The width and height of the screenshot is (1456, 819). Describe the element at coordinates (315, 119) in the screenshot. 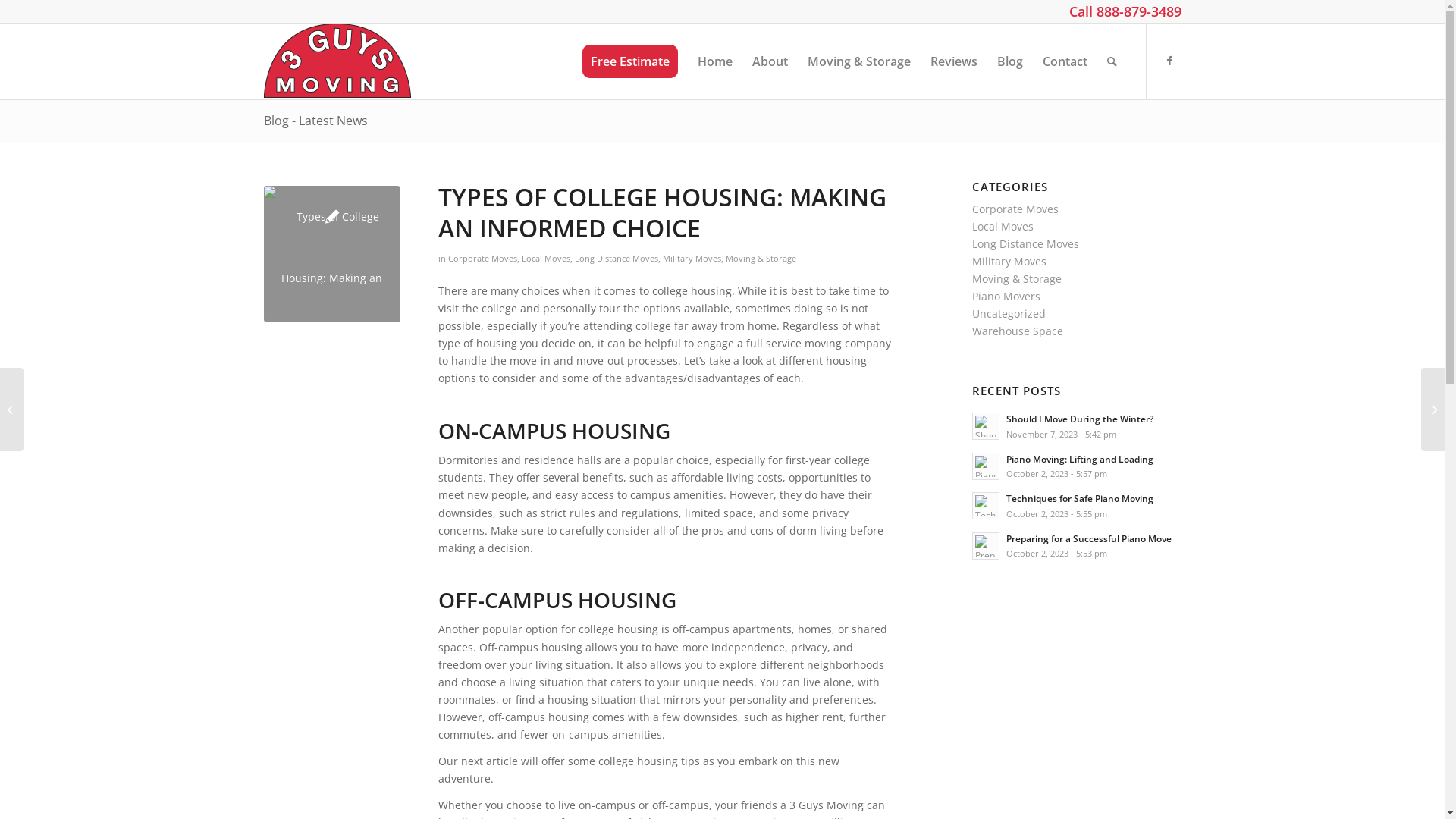

I see `'Blog - Latest News'` at that location.